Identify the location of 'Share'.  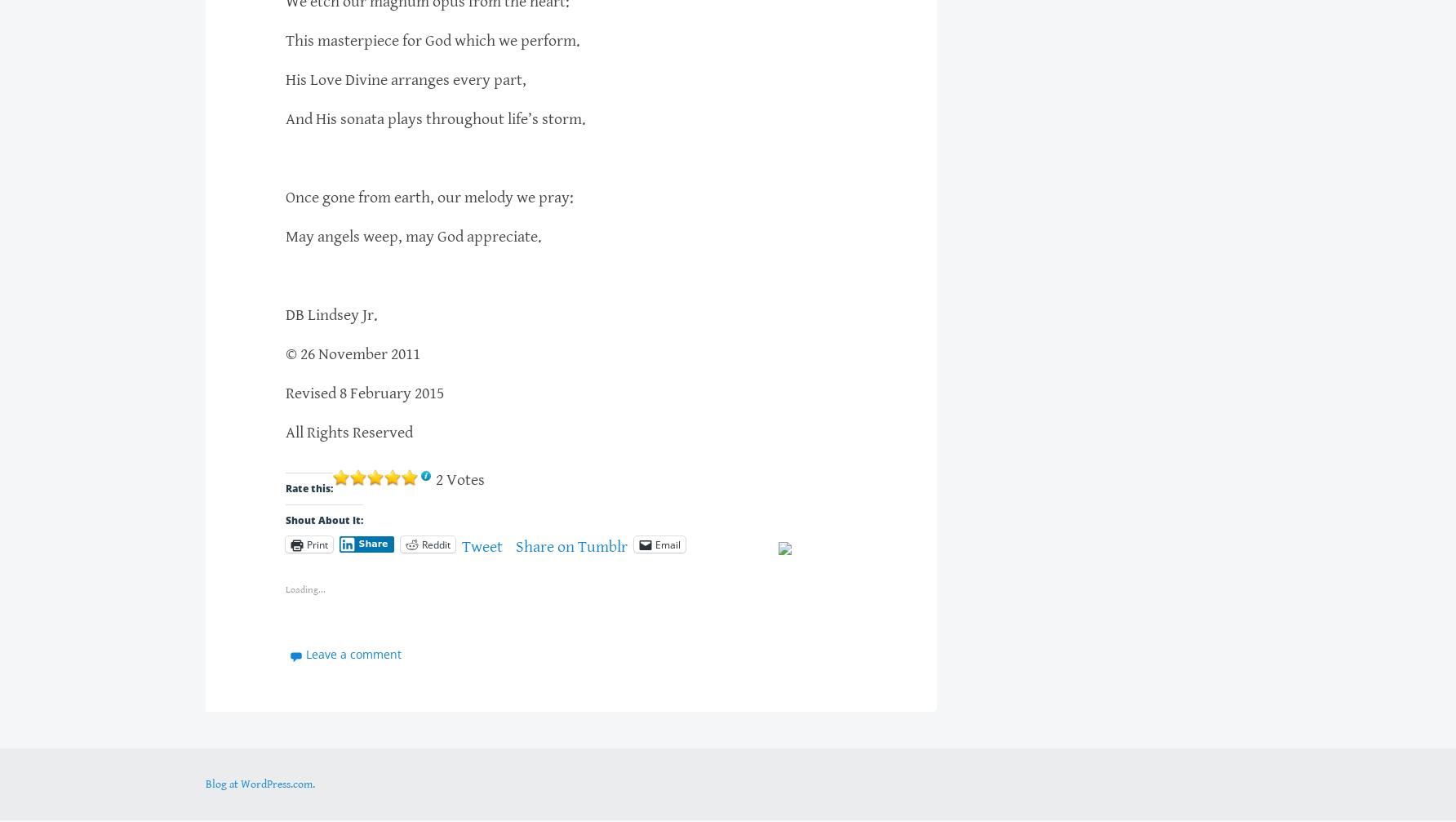
(373, 543).